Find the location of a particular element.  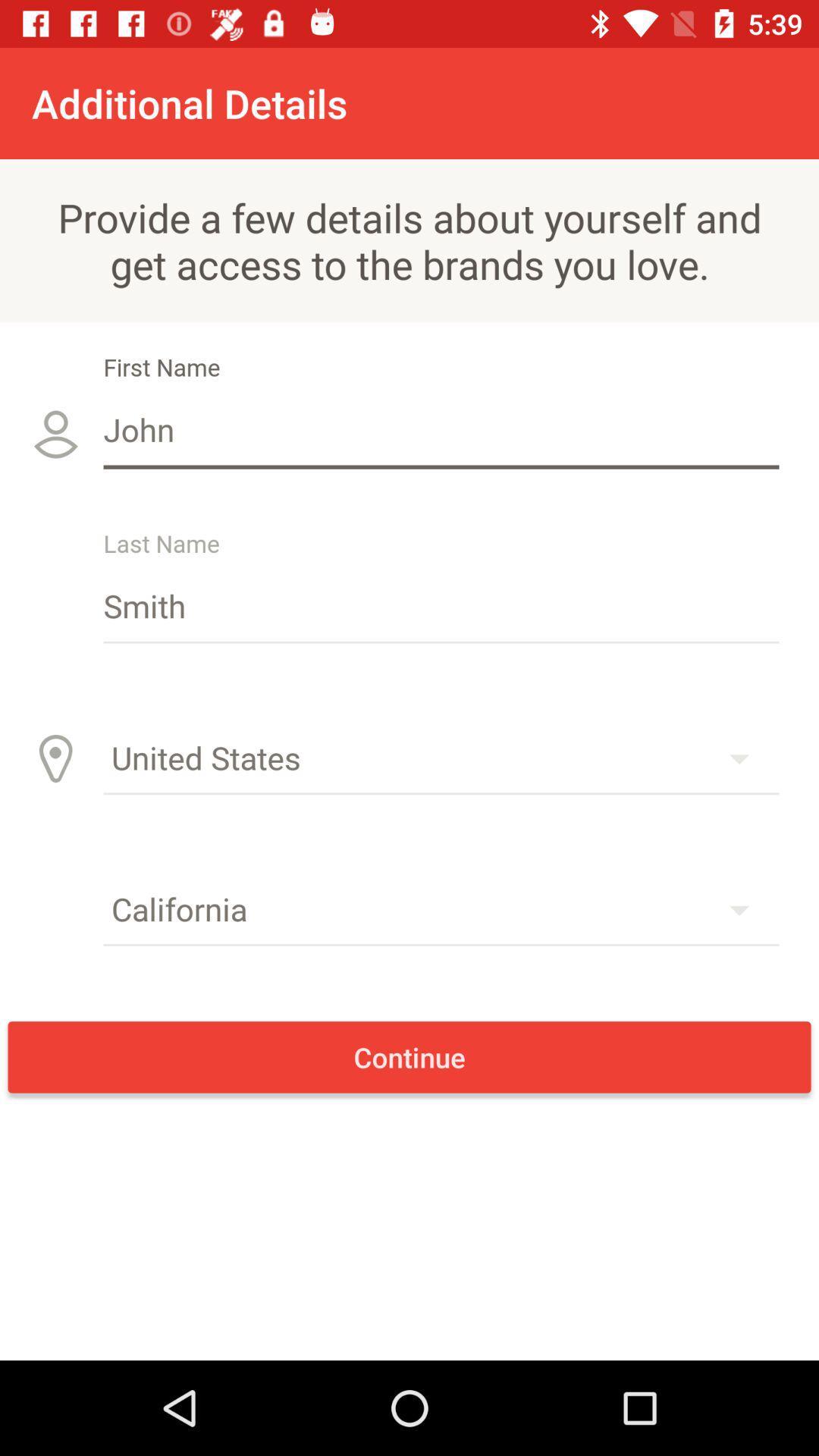

the item above the smith icon is located at coordinates (441, 428).